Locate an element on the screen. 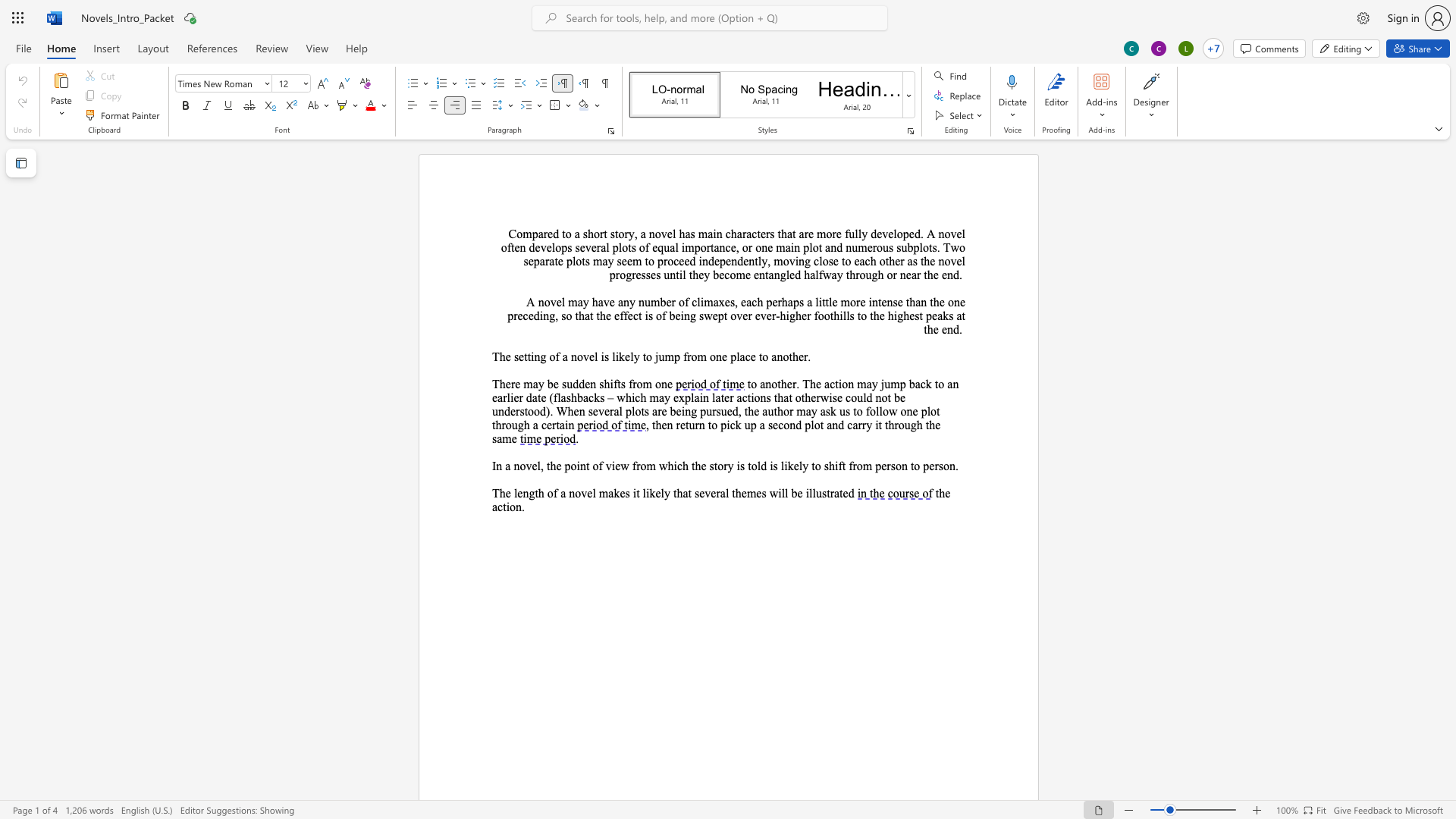 The width and height of the screenshot is (1456, 819). the space between the continuous character "h" and "i" in the text is located at coordinates (609, 383).